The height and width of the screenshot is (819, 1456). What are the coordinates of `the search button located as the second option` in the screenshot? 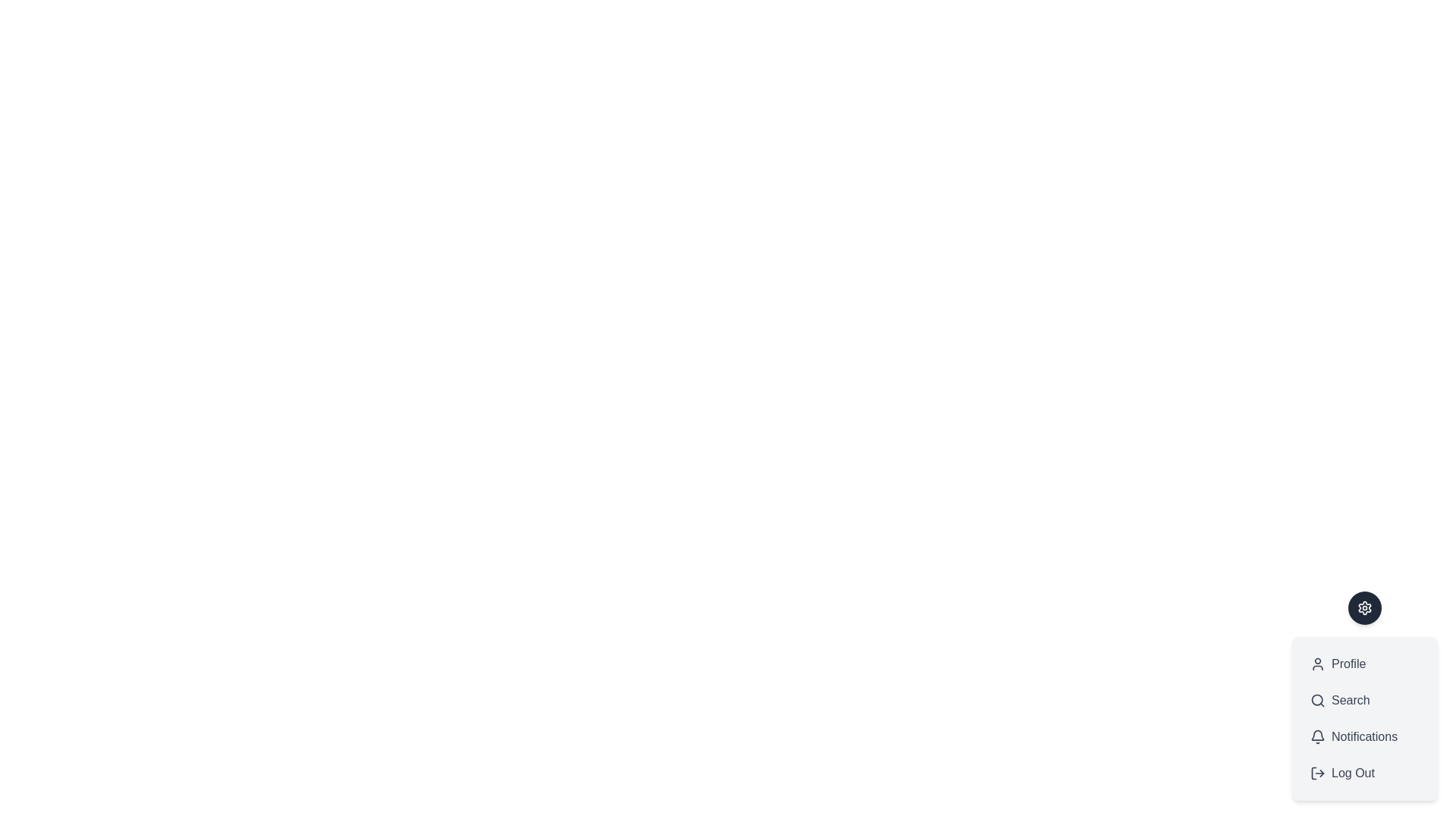 It's located at (1365, 701).